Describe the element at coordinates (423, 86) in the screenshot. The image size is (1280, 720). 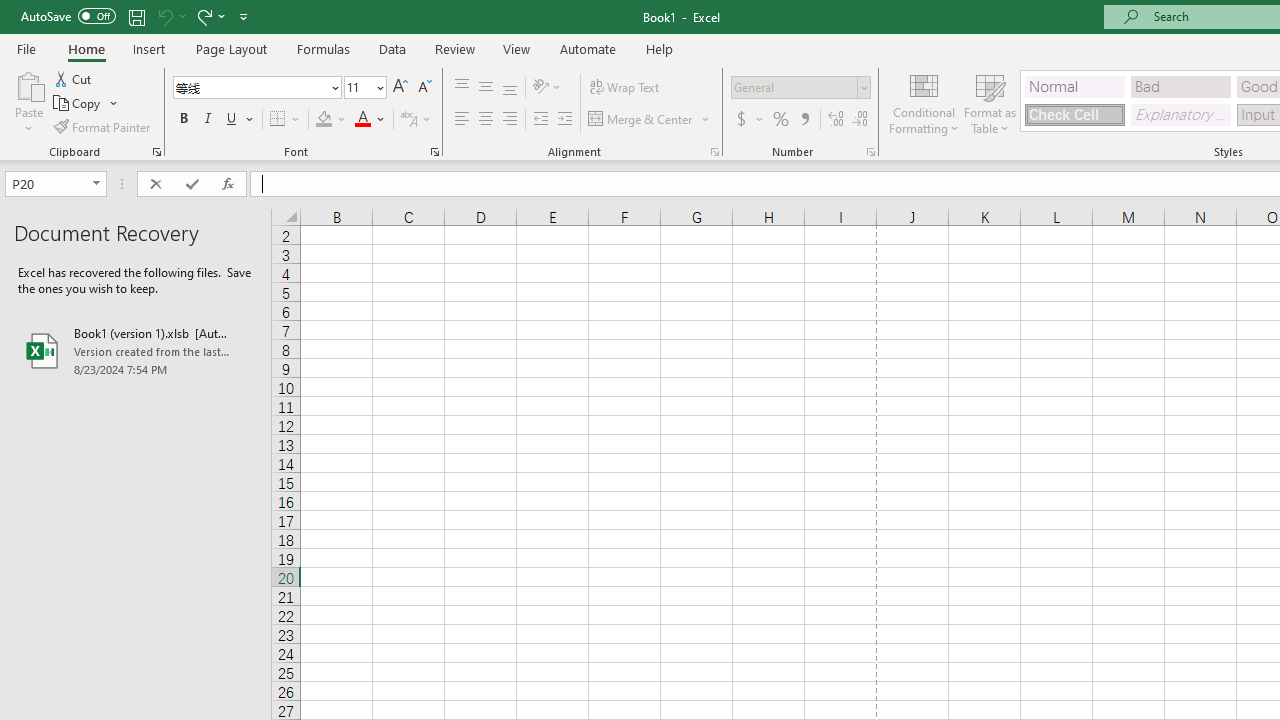
I see `'Decrease Font Size'` at that location.